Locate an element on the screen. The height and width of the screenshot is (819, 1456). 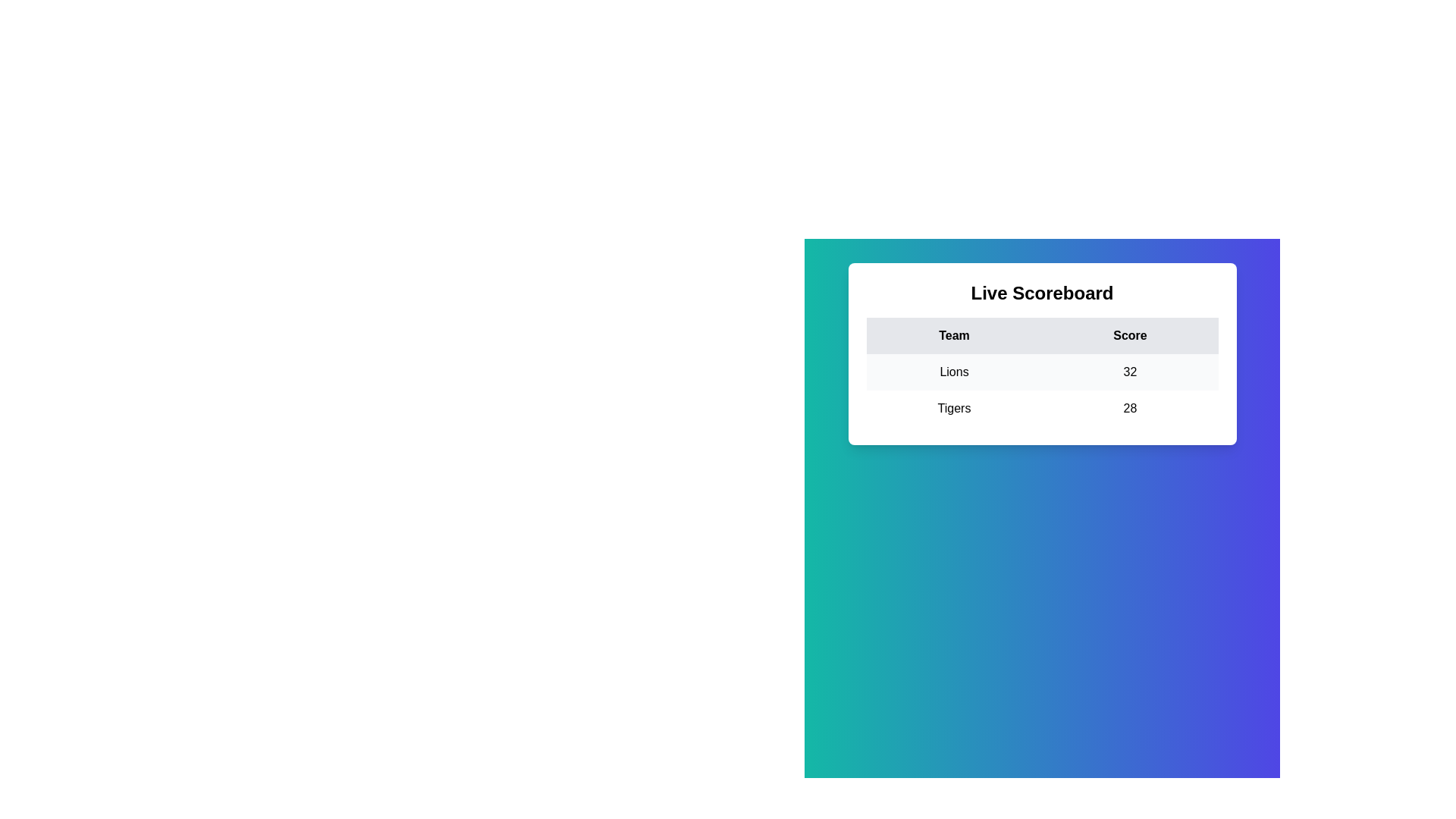
displayed score of '32' in bold font style located in the 'Score' column of the 'Live Scoreboard' table for the 'Lions' team is located at coordinates (1130, 372).